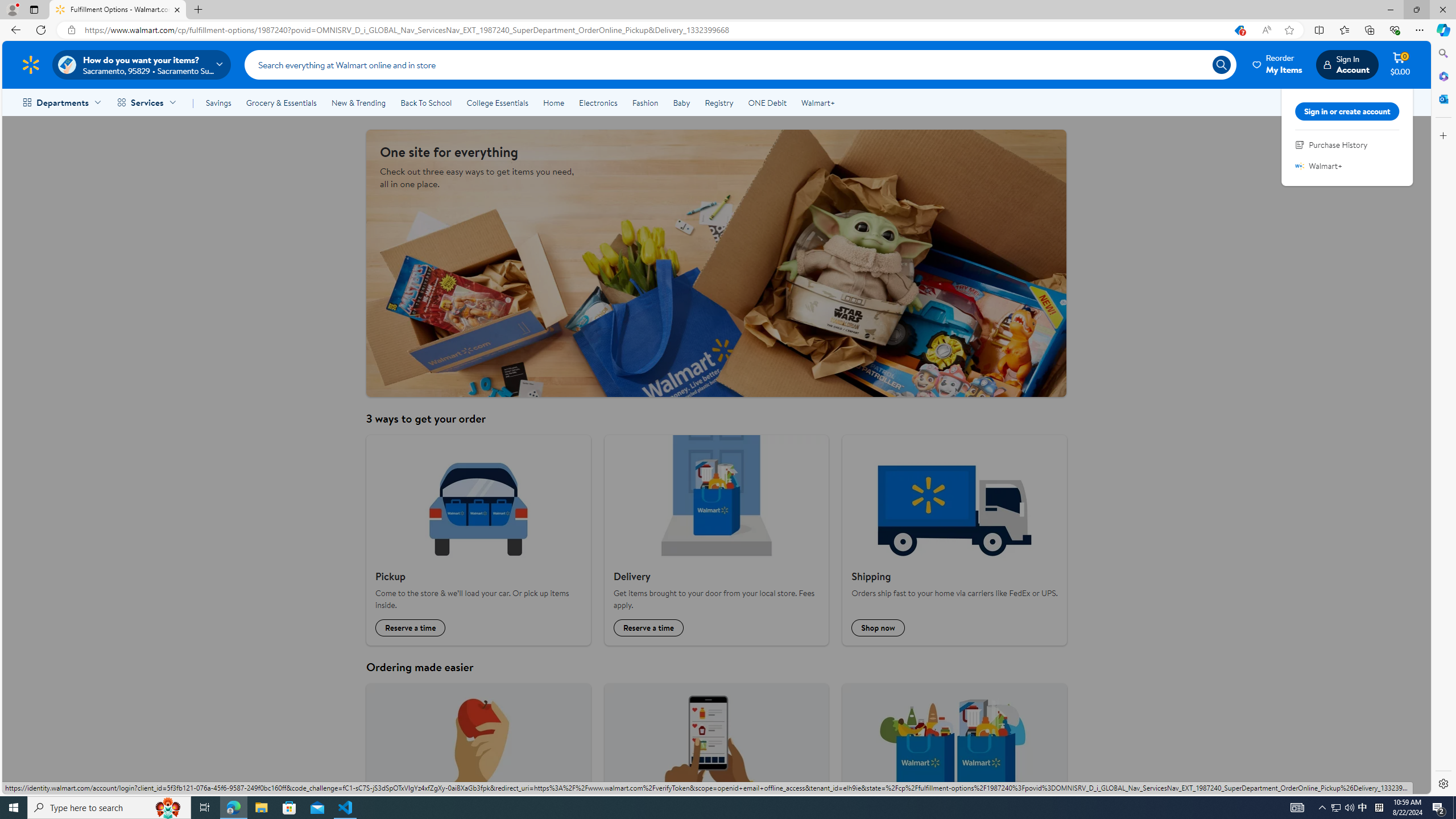 This screenshot has height=819, width=1456. What do you see at coordinates (1277, 64) in the screenshot?
I see `'ReorderMy Items'` at bounding box center [1277, 64].